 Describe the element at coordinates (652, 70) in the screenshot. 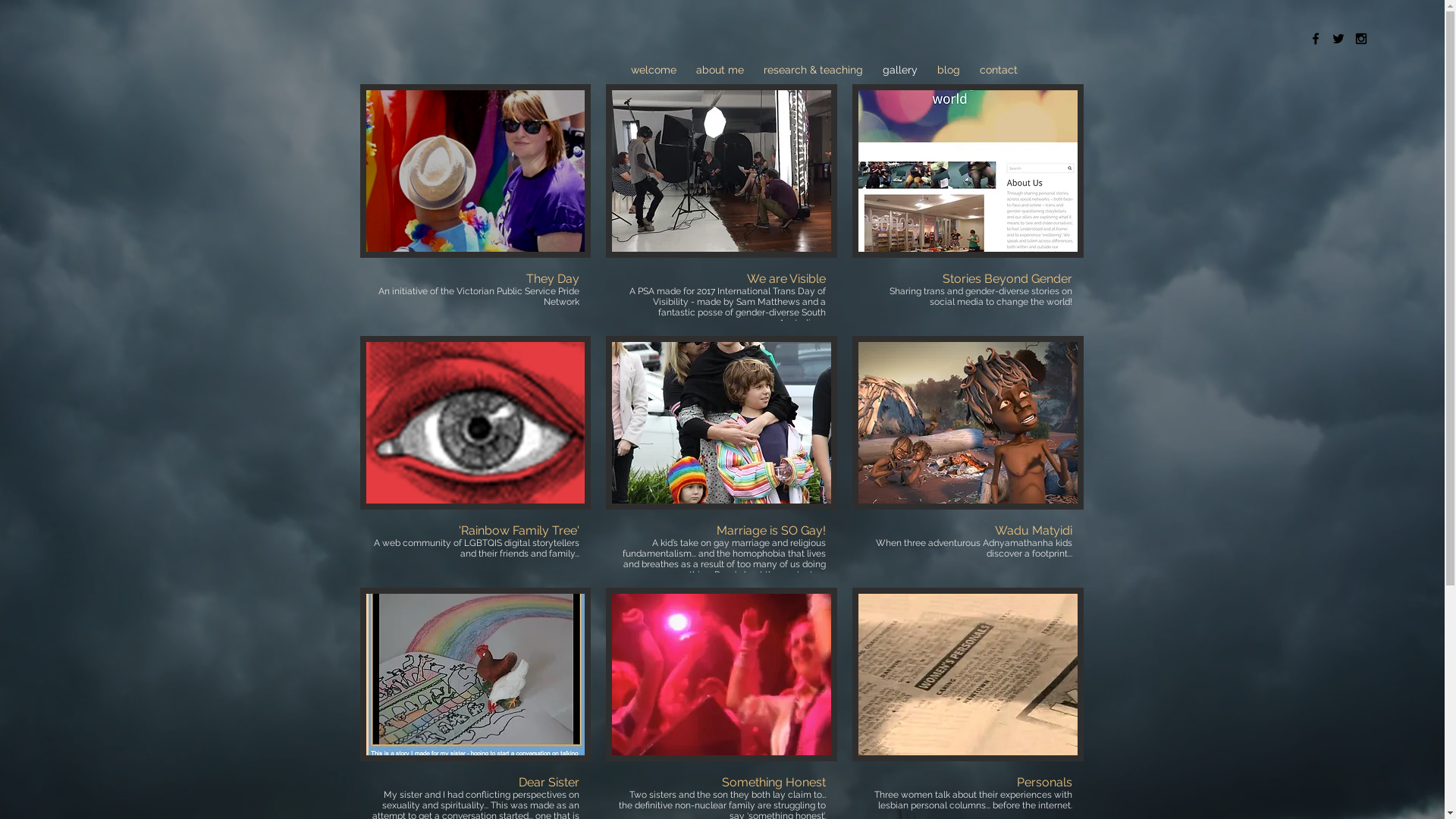

I see `'welcome'` at that location.